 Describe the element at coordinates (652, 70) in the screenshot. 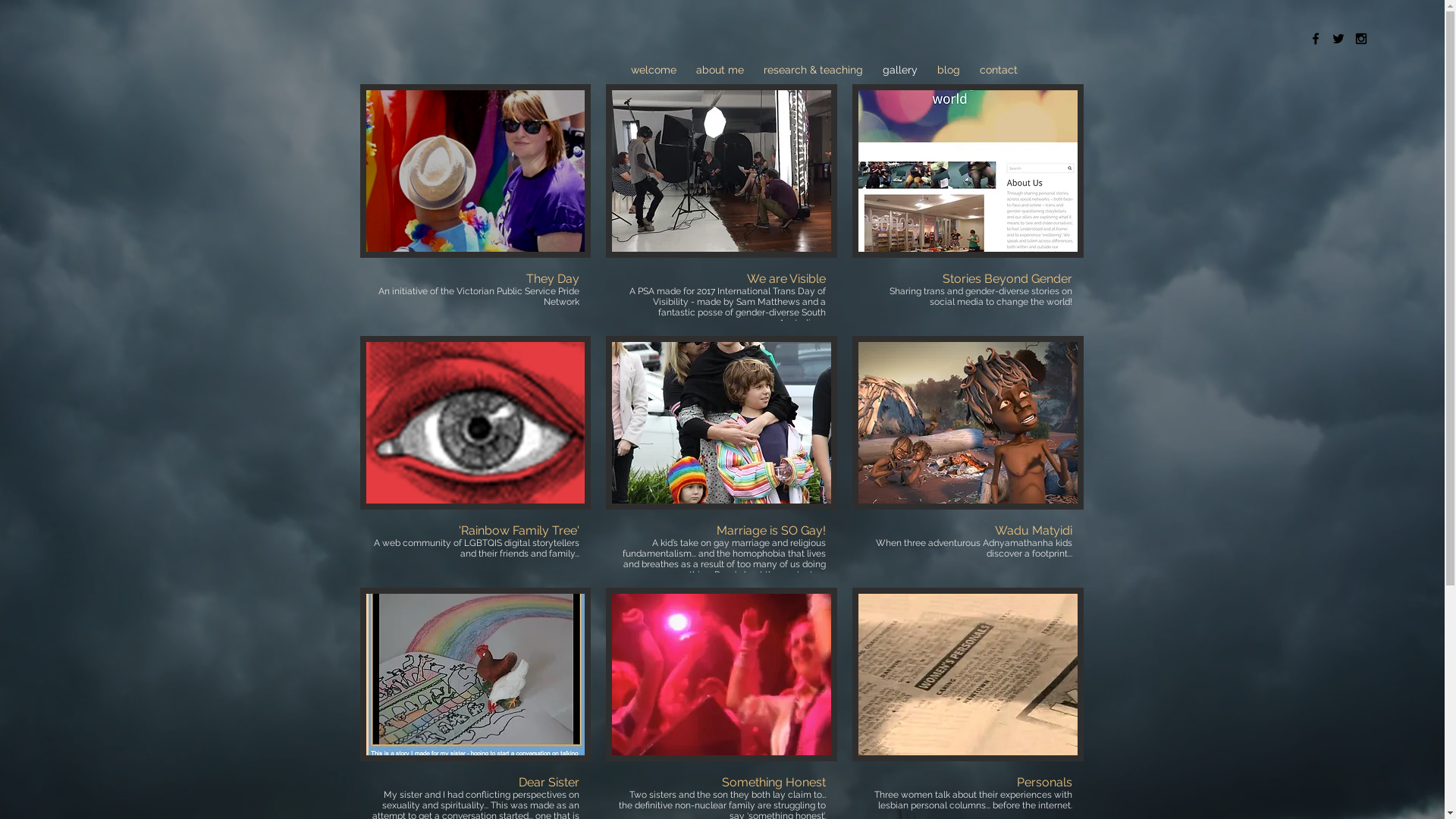

I see `'welcome'` at that location.